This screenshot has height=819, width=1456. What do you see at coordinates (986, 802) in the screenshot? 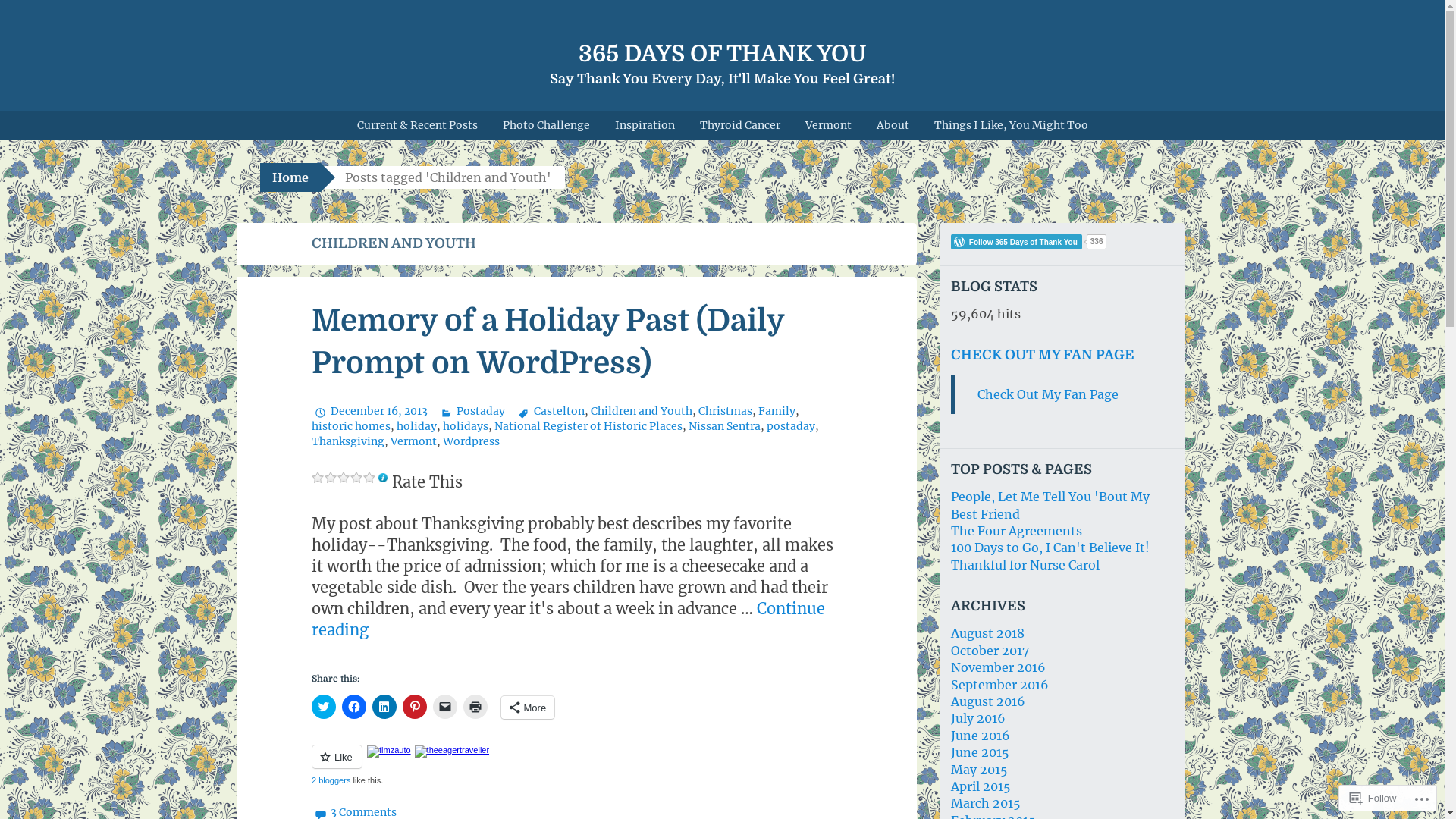
I see `'March 2015'` at bounding box center [986, 802].